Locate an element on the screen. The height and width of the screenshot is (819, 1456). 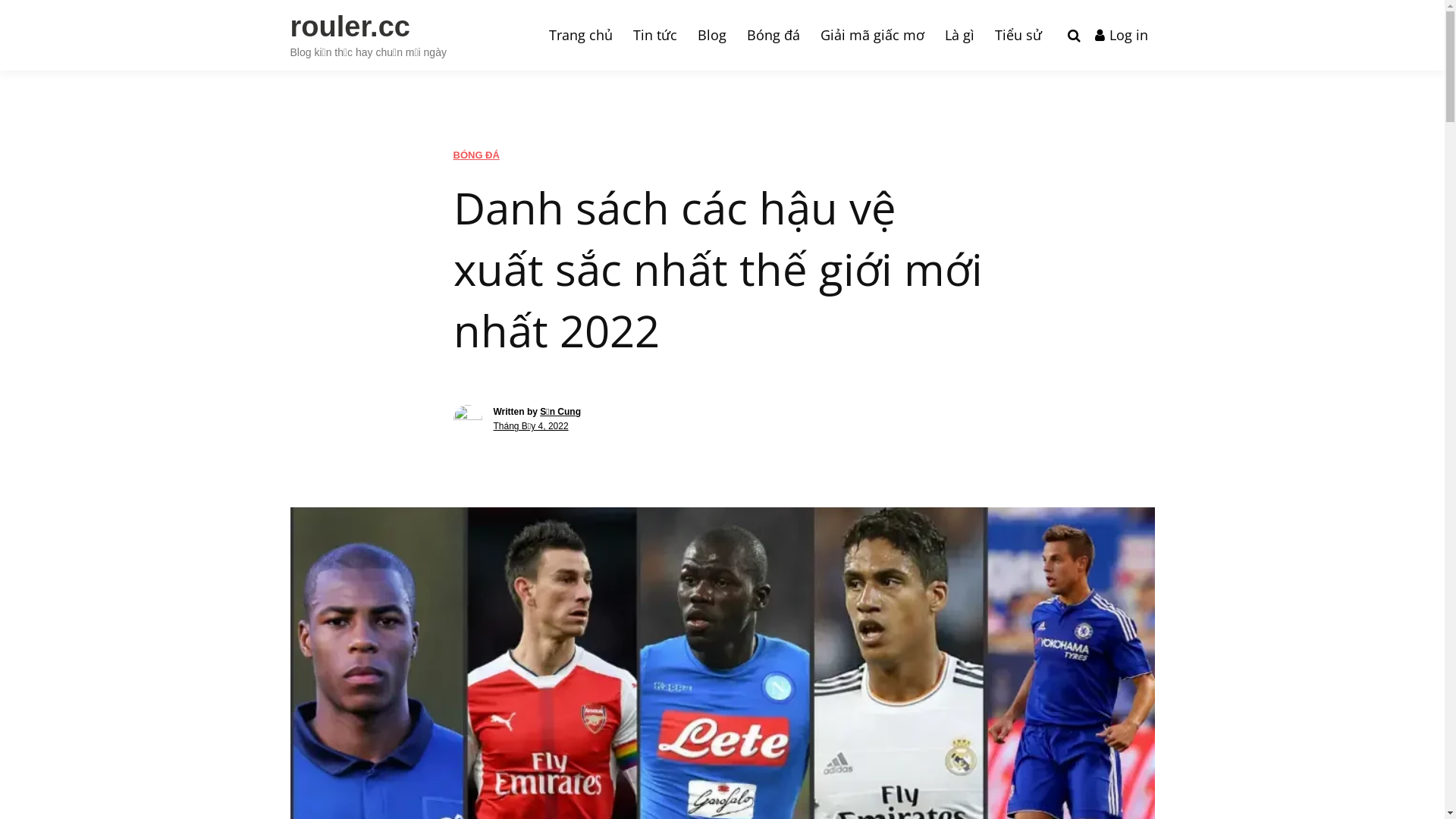
'Log in' is located at coordinates (1121, 34).